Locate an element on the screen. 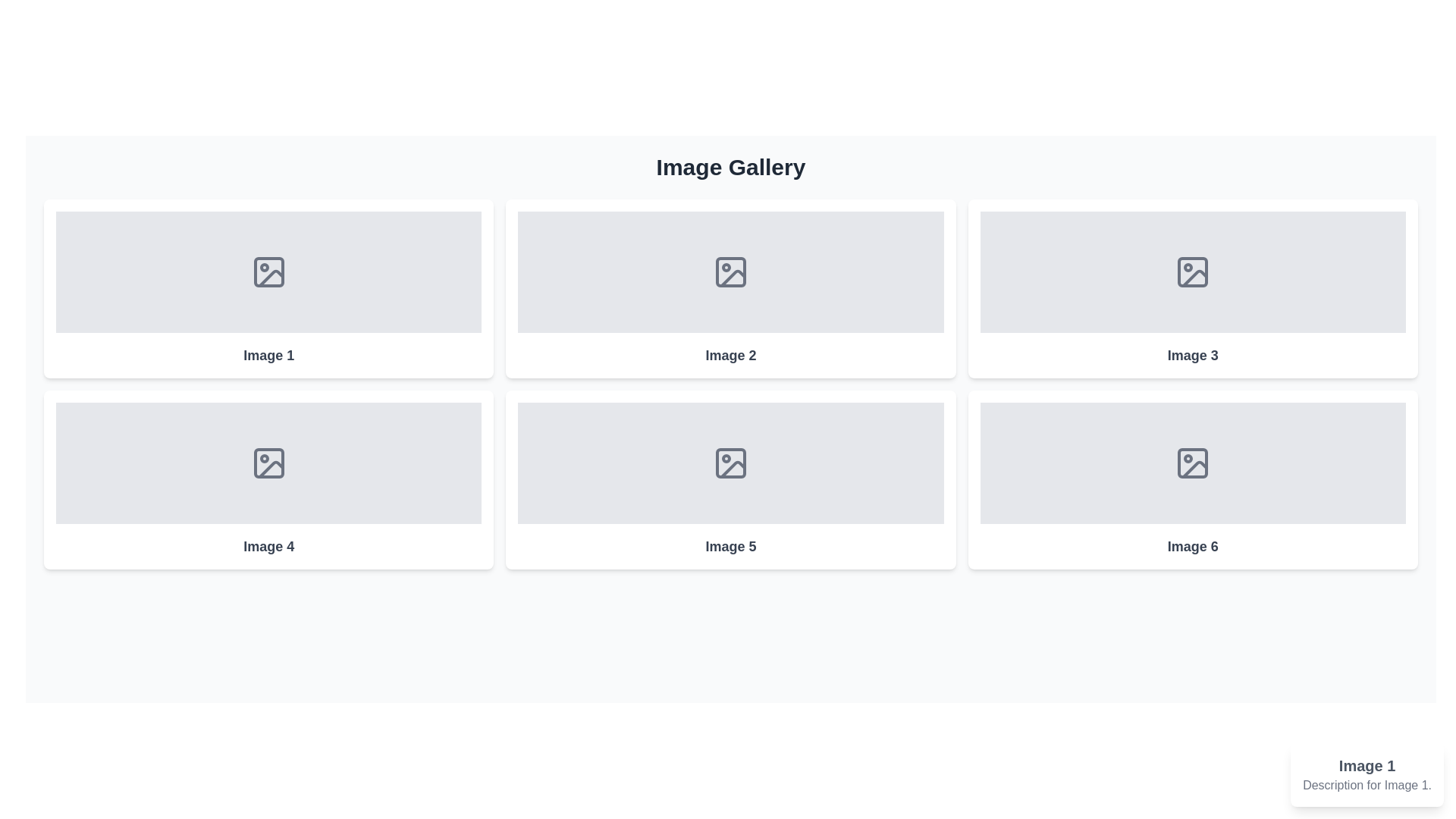 The height and width of the screenshot is (819, 1456). the static text header that indicates the title or purpose of the image gallery, located in the upper-central portion of the interface is located at coordinates (731, 167).